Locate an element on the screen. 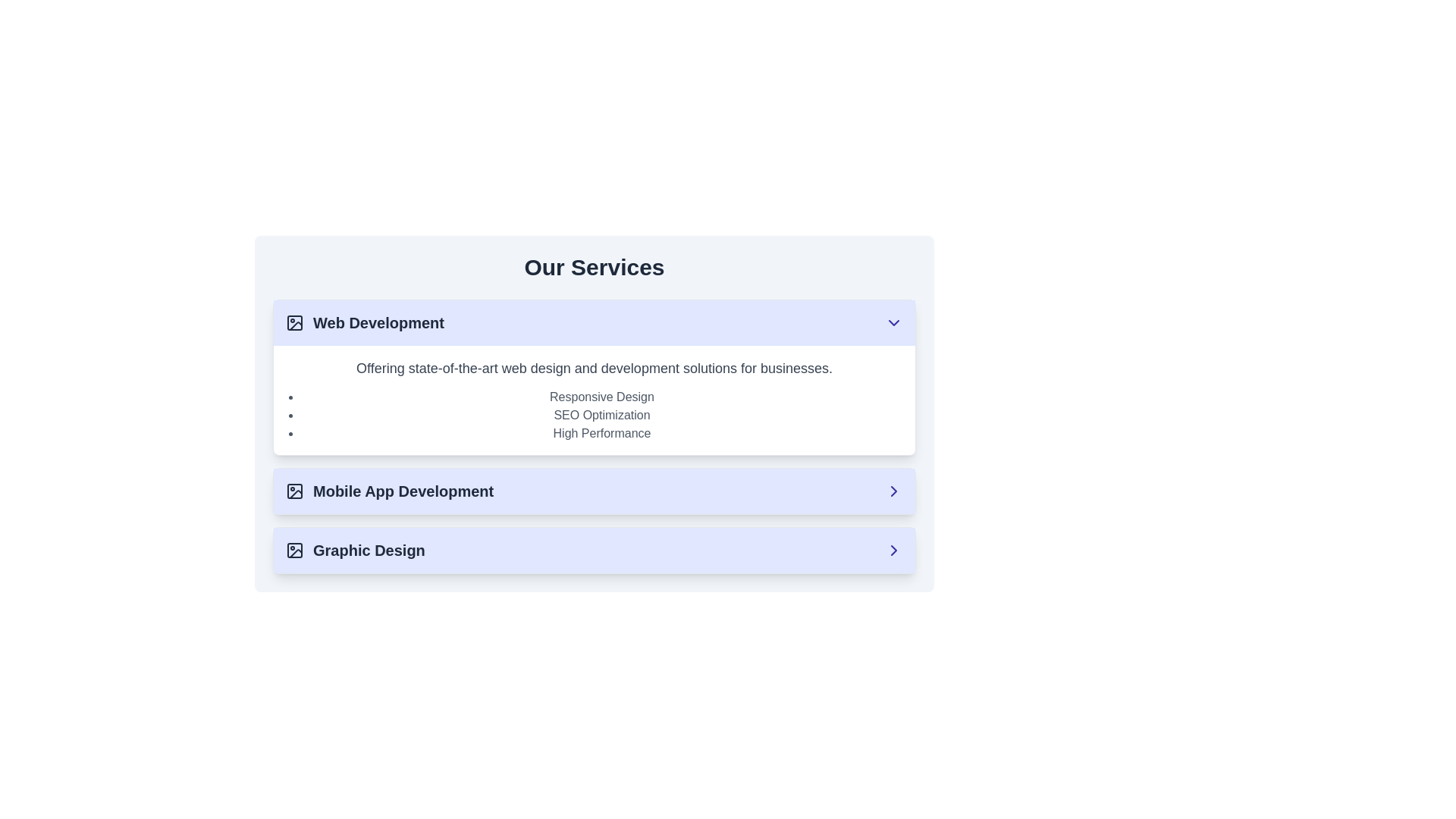 This screenshot has width=1456, height=819. the downward chevron arrow icon located at the right side of the 'Web Development' section's header is located at coordinates (894, 322).